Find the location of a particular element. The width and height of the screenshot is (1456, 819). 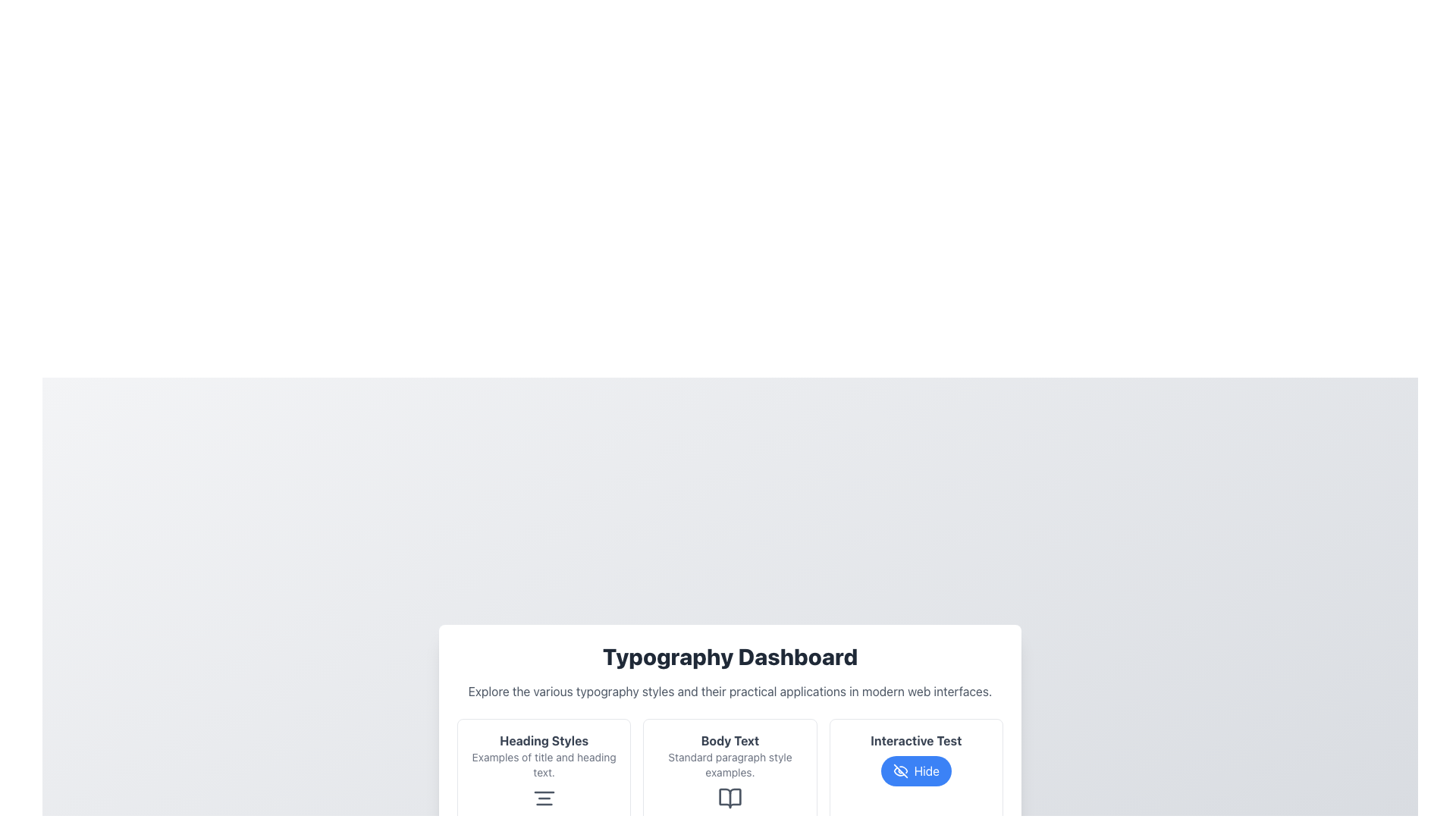

the interactive button located below the 'Interactive Test' heading to hide content is located at coordinates (915, 771).